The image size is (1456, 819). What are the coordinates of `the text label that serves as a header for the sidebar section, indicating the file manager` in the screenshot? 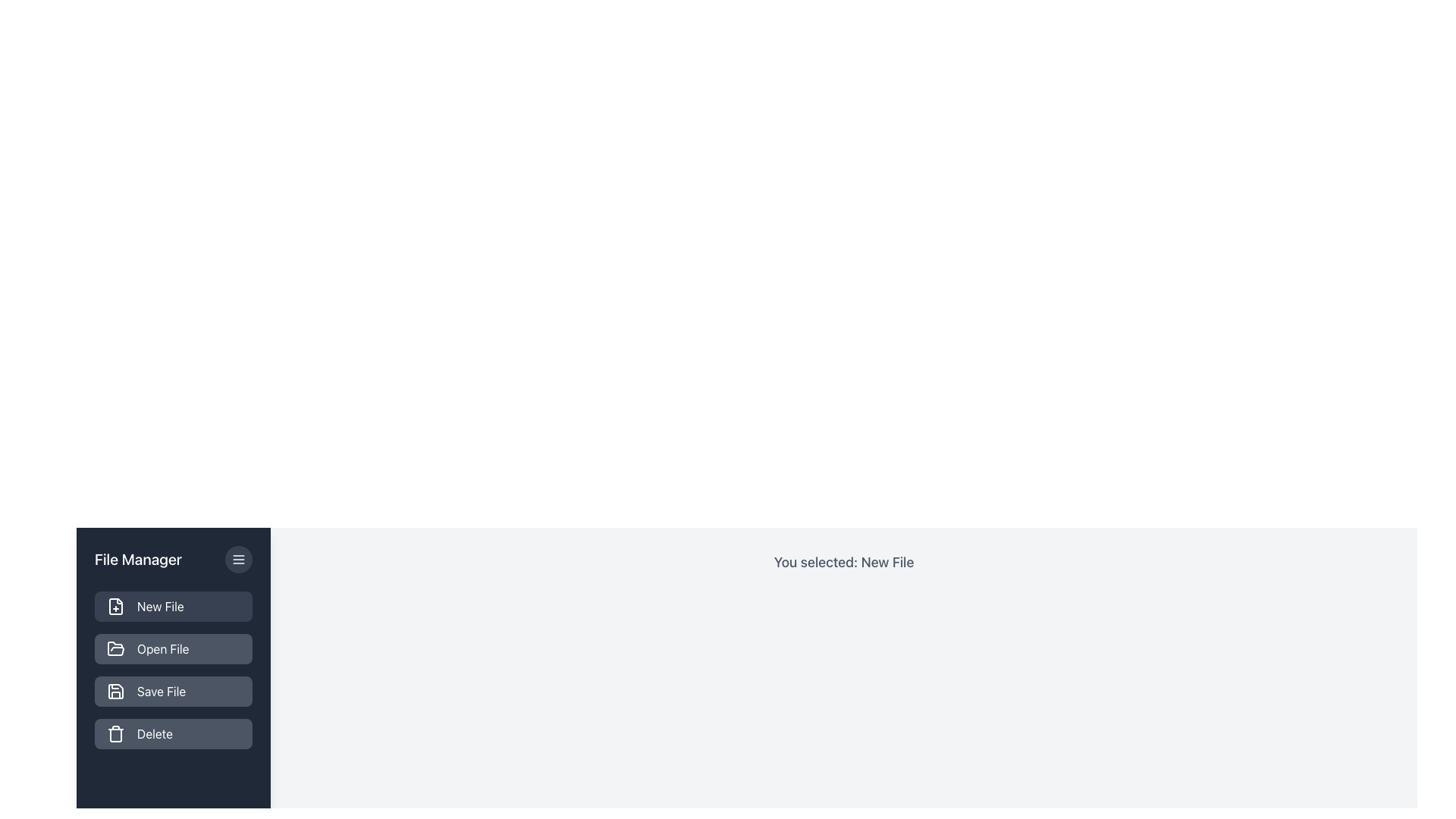 It's located at (138, 559).